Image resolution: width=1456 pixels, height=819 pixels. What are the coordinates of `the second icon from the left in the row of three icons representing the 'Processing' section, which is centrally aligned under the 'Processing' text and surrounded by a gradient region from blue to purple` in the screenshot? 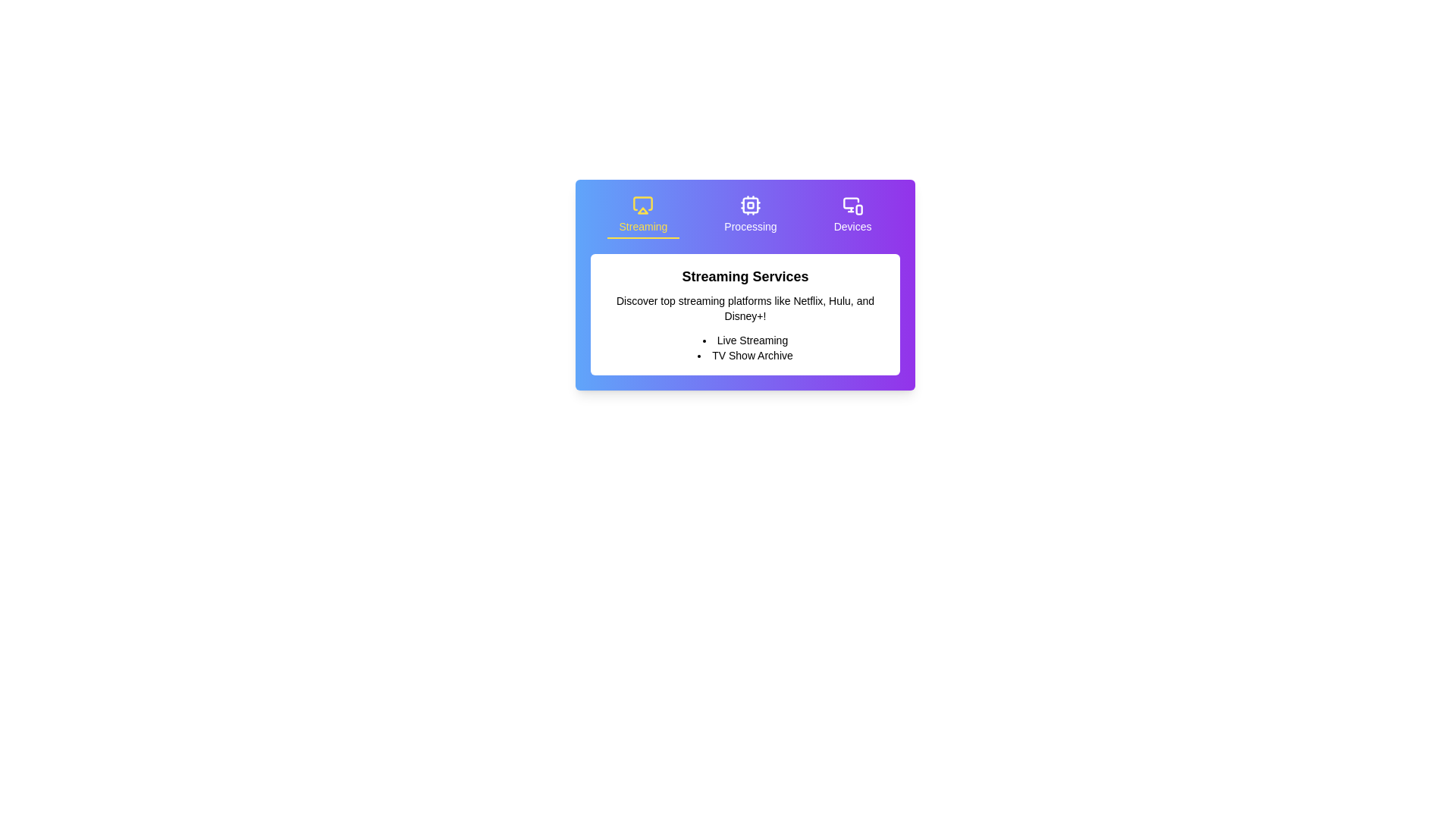 It's located at (750, 205).